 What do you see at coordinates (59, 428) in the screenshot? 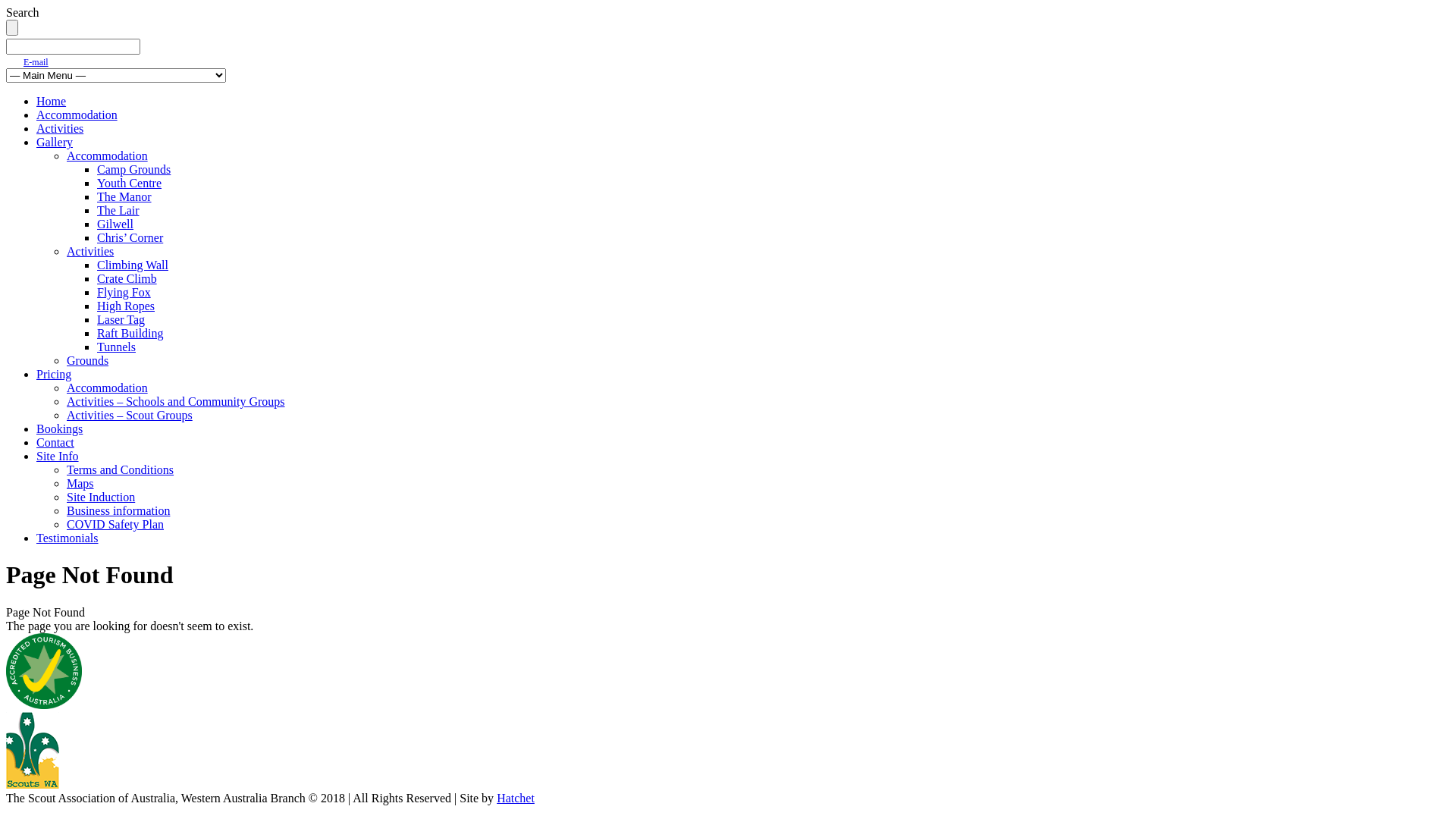
I see `'Bookings'` at bounding box center [59, 428].